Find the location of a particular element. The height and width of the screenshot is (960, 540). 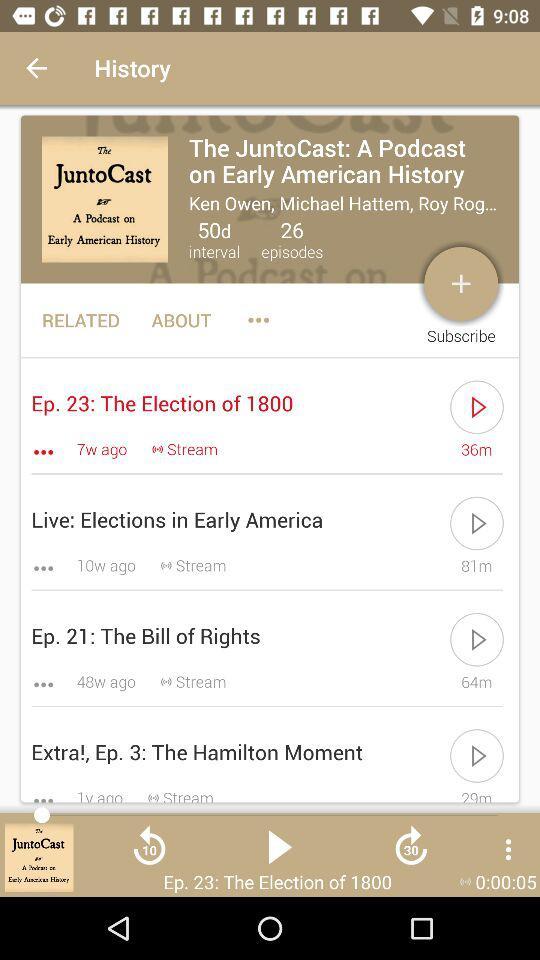

pause button is located at coordinates (279, 853).